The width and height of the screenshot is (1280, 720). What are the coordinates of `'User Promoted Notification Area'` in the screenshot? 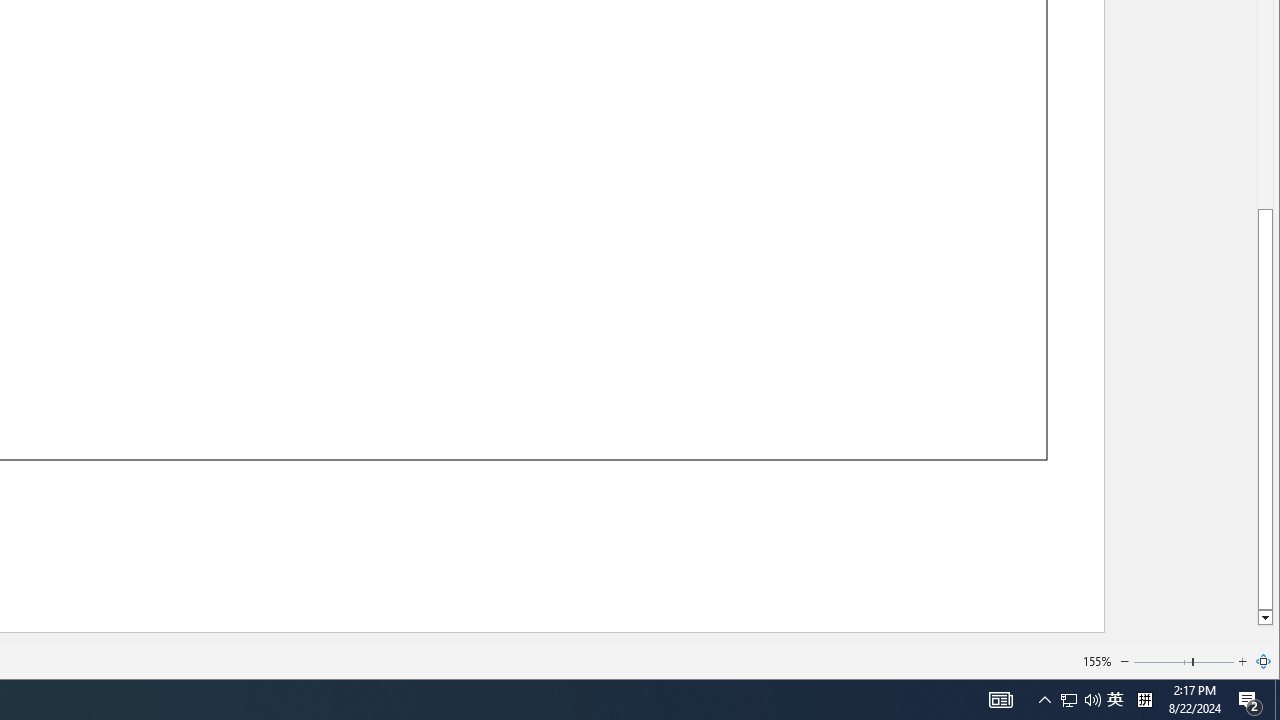 It's located at (1079, 698).